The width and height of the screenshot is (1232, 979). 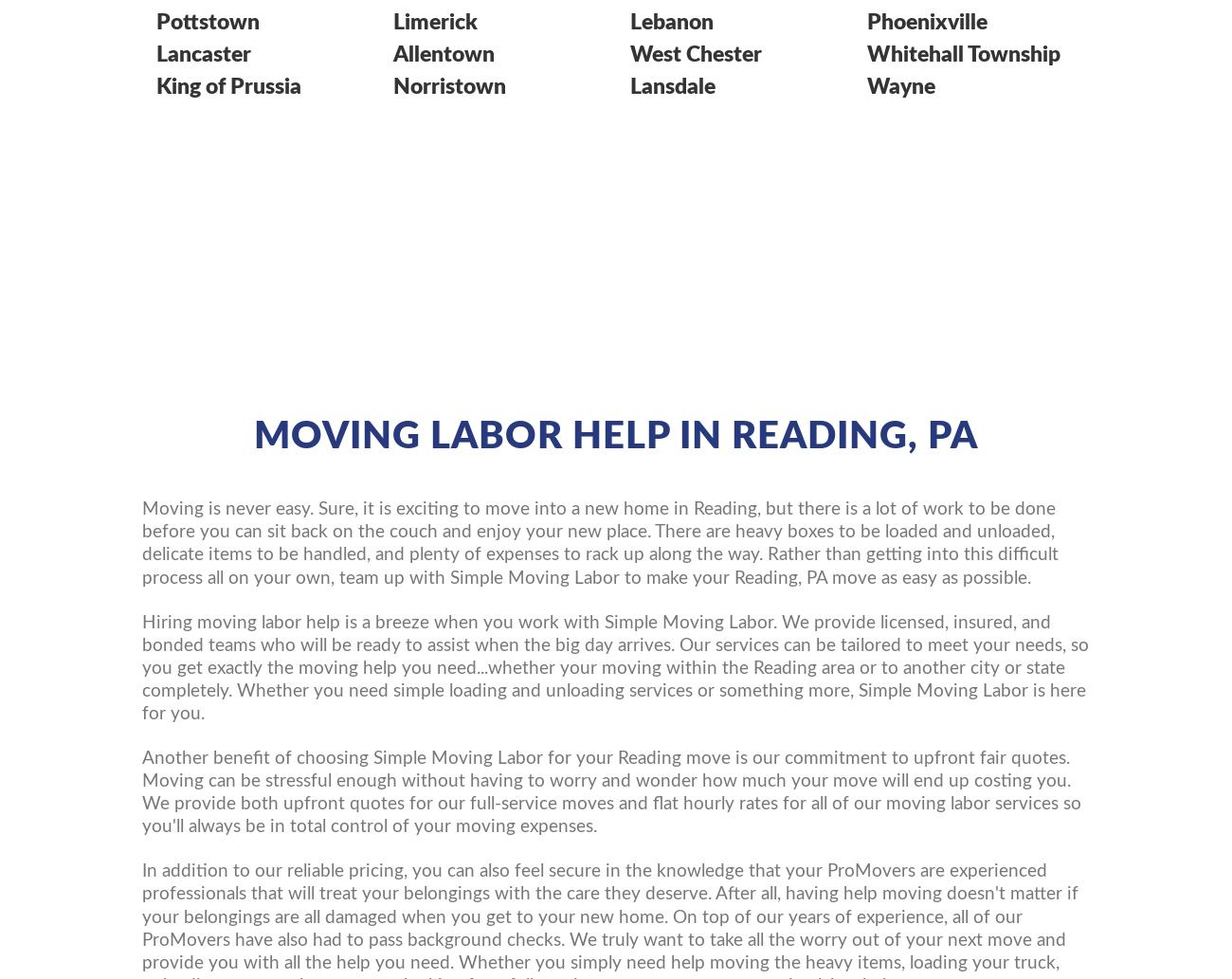 What do you see at coordinates (616, 437) in the screenshot?
I see `'Moving Labor Help in Reading, PA'` at bounding box center [616, 437].